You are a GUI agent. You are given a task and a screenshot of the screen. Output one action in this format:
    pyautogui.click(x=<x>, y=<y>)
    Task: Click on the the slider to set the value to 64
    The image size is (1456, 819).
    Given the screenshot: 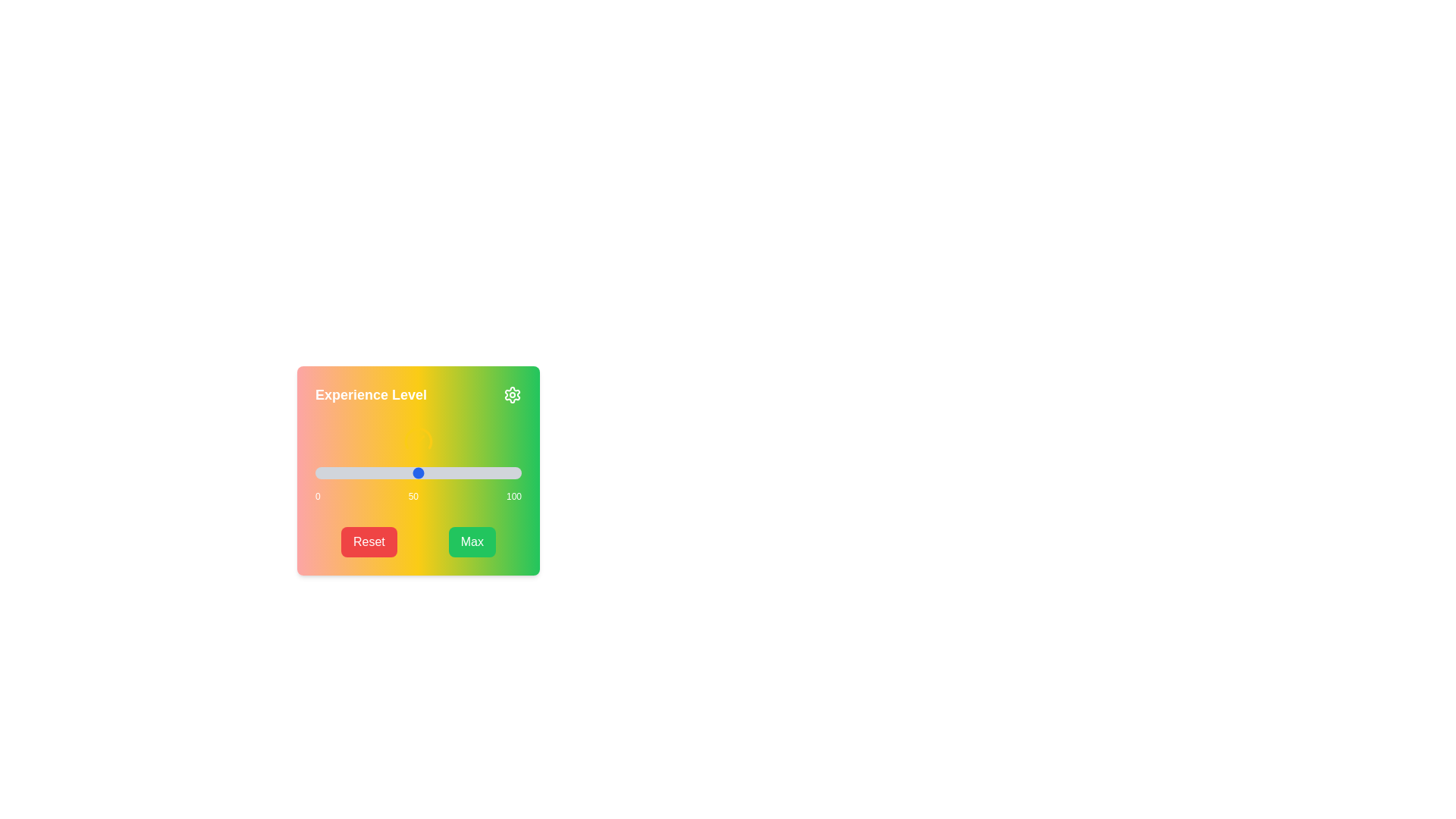 What is the action you would take?
    pyautogui.click(x=447, y=472)
    